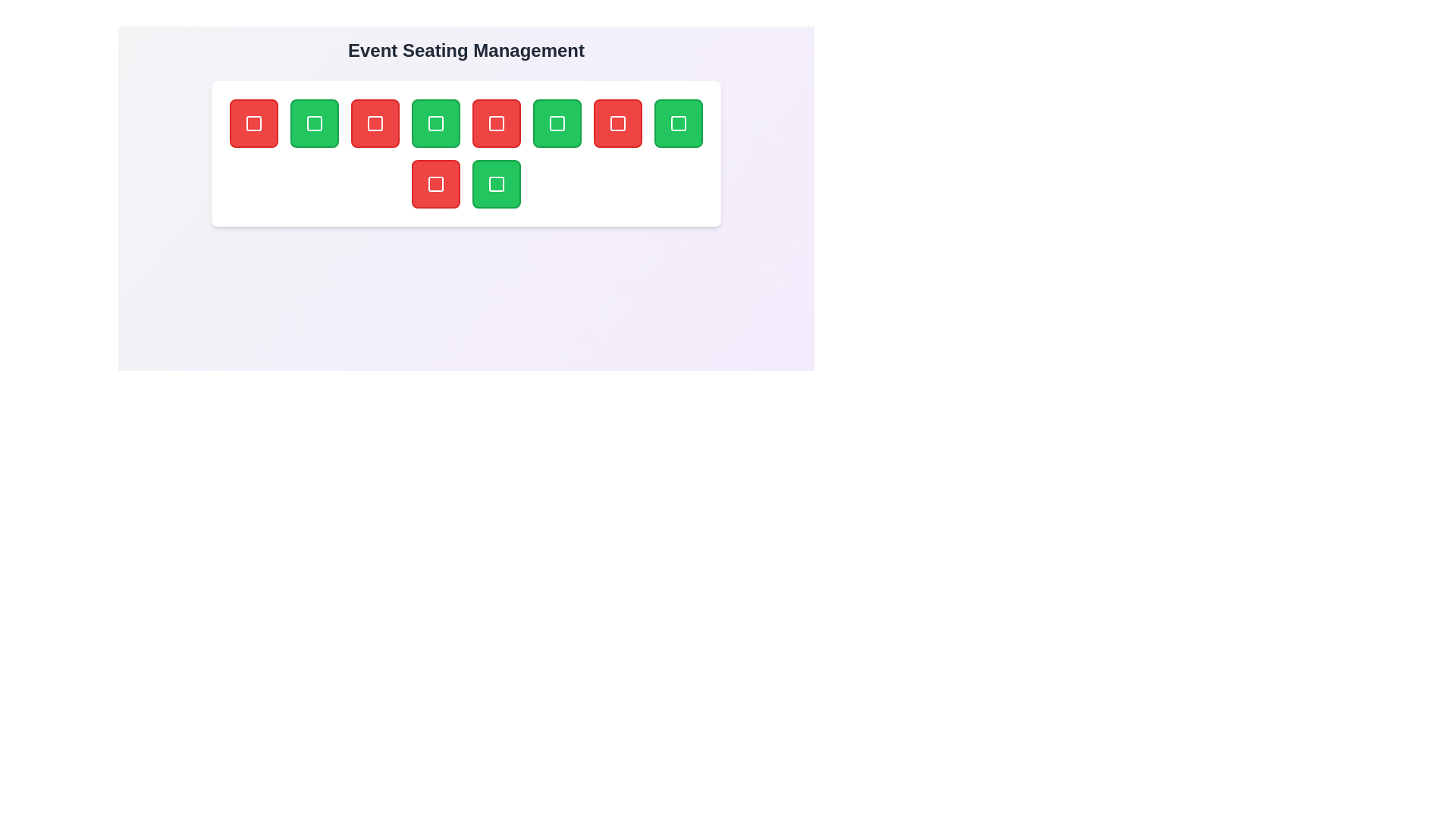  I want to click on the inner square icon indicating the status of 'Seat 7' in the grid layout, so click(618, 122).